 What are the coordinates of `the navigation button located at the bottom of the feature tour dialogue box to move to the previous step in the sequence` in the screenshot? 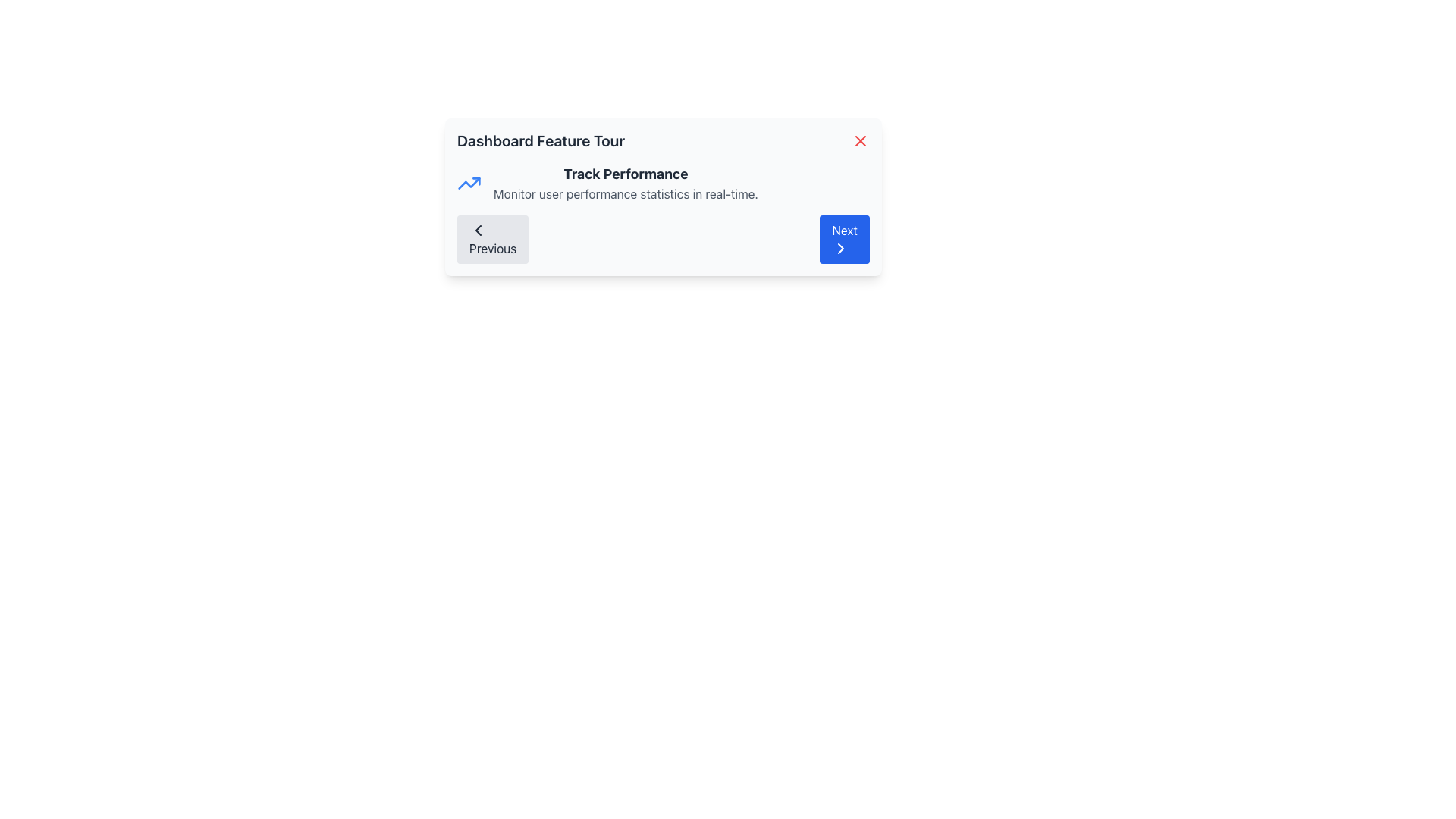 It's located at (492, 239).